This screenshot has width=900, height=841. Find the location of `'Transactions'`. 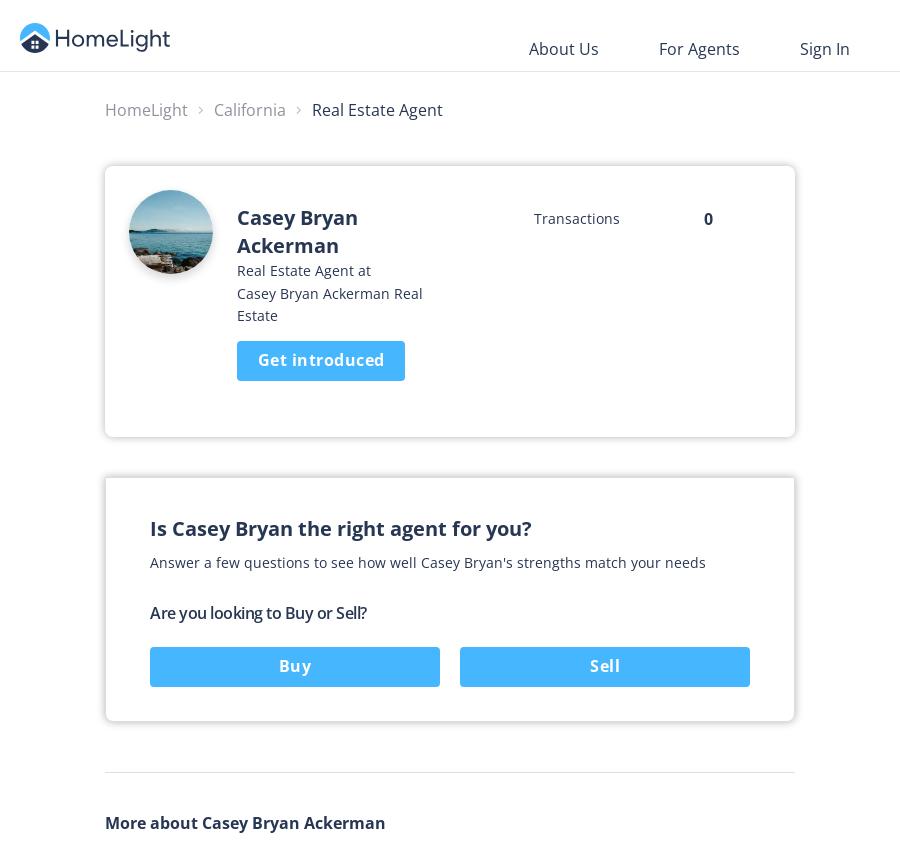

'Transactions' is located at coordinates (576, 217).